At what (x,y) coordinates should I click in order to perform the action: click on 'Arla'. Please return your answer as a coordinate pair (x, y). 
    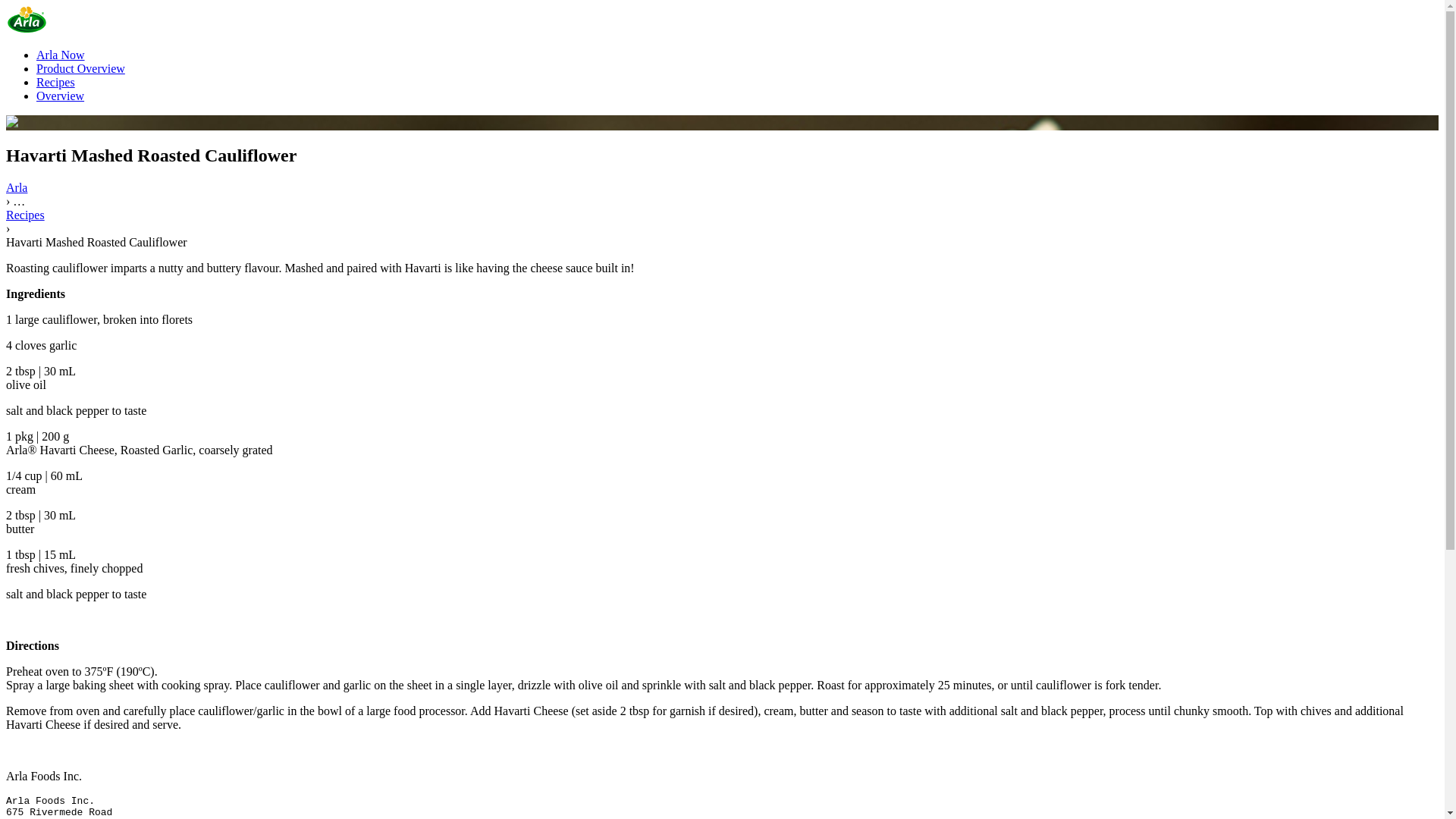
    Looking at the image, I should click on (17, 187).